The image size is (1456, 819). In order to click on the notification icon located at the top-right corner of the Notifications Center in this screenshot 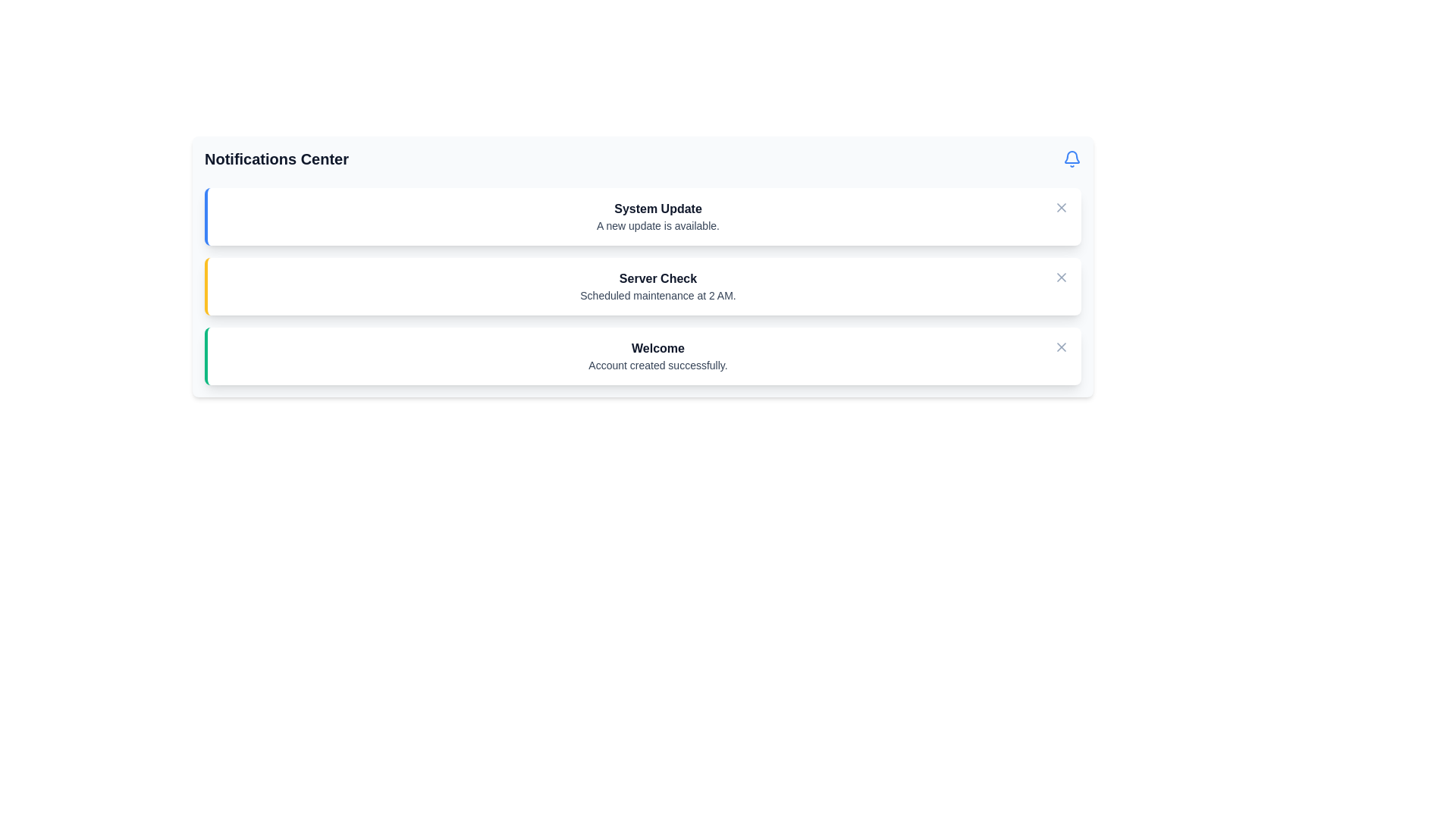, I will do `click(1072, 158)`.